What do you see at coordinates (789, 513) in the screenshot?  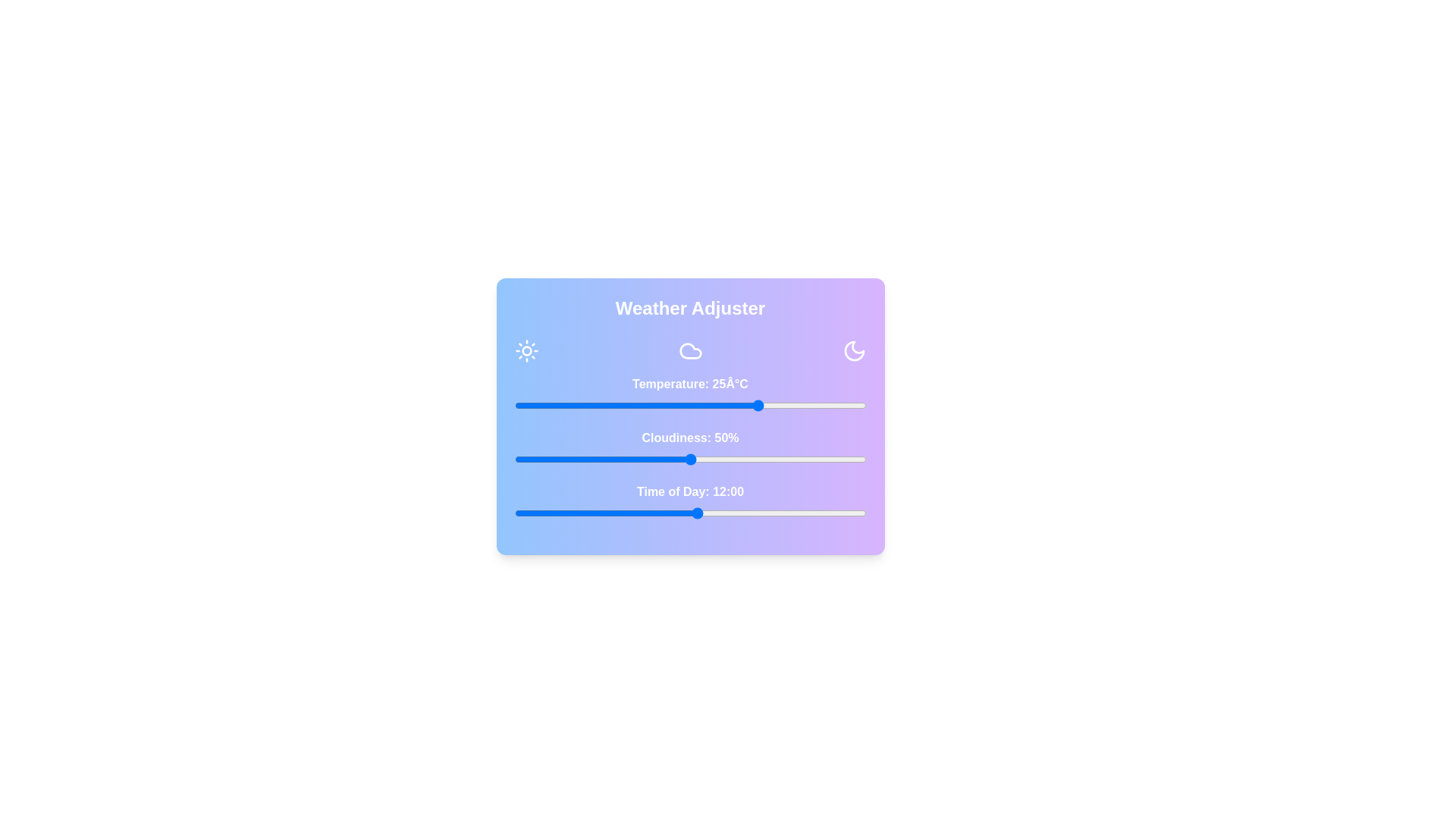 I see `the time of day` at bounding box center [789, 513].